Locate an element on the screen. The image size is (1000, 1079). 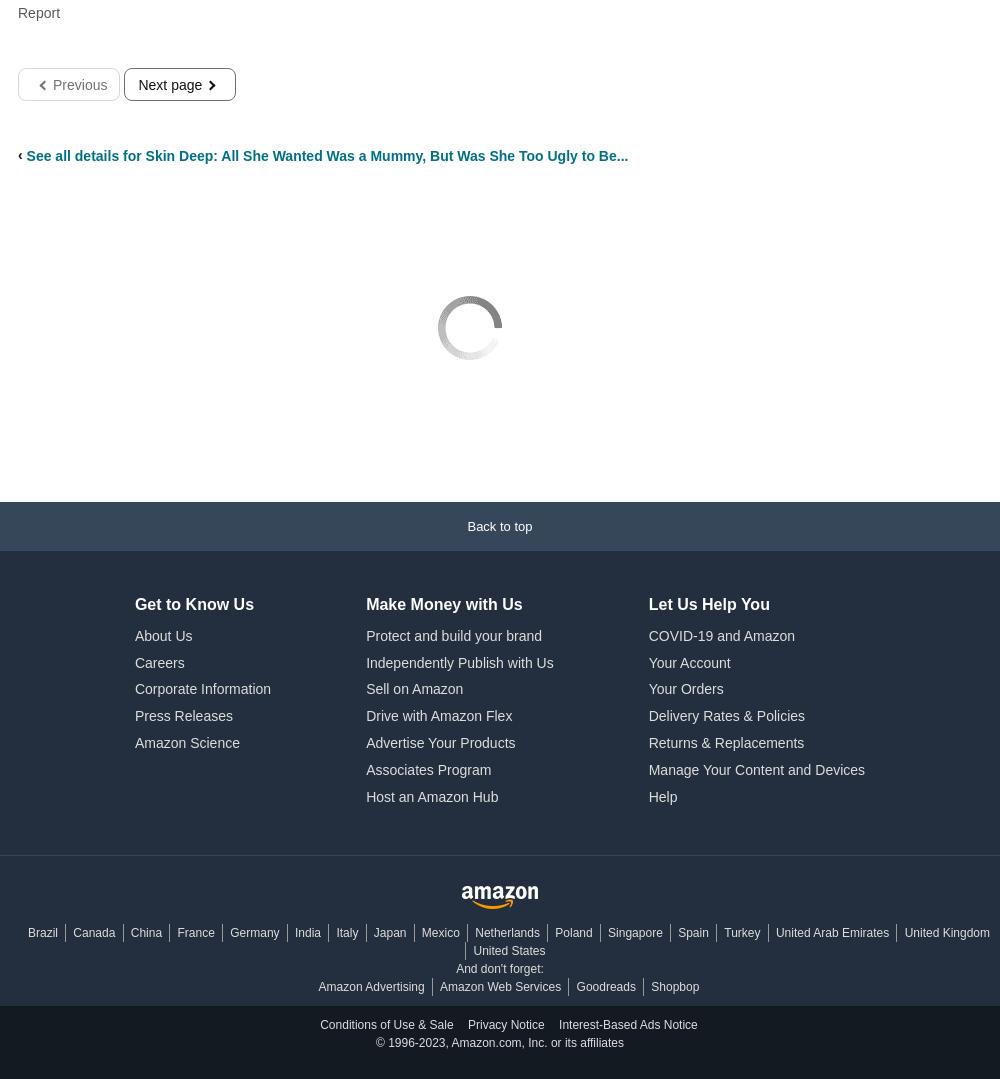
'Your Account' is located at coordinates (688, 660).